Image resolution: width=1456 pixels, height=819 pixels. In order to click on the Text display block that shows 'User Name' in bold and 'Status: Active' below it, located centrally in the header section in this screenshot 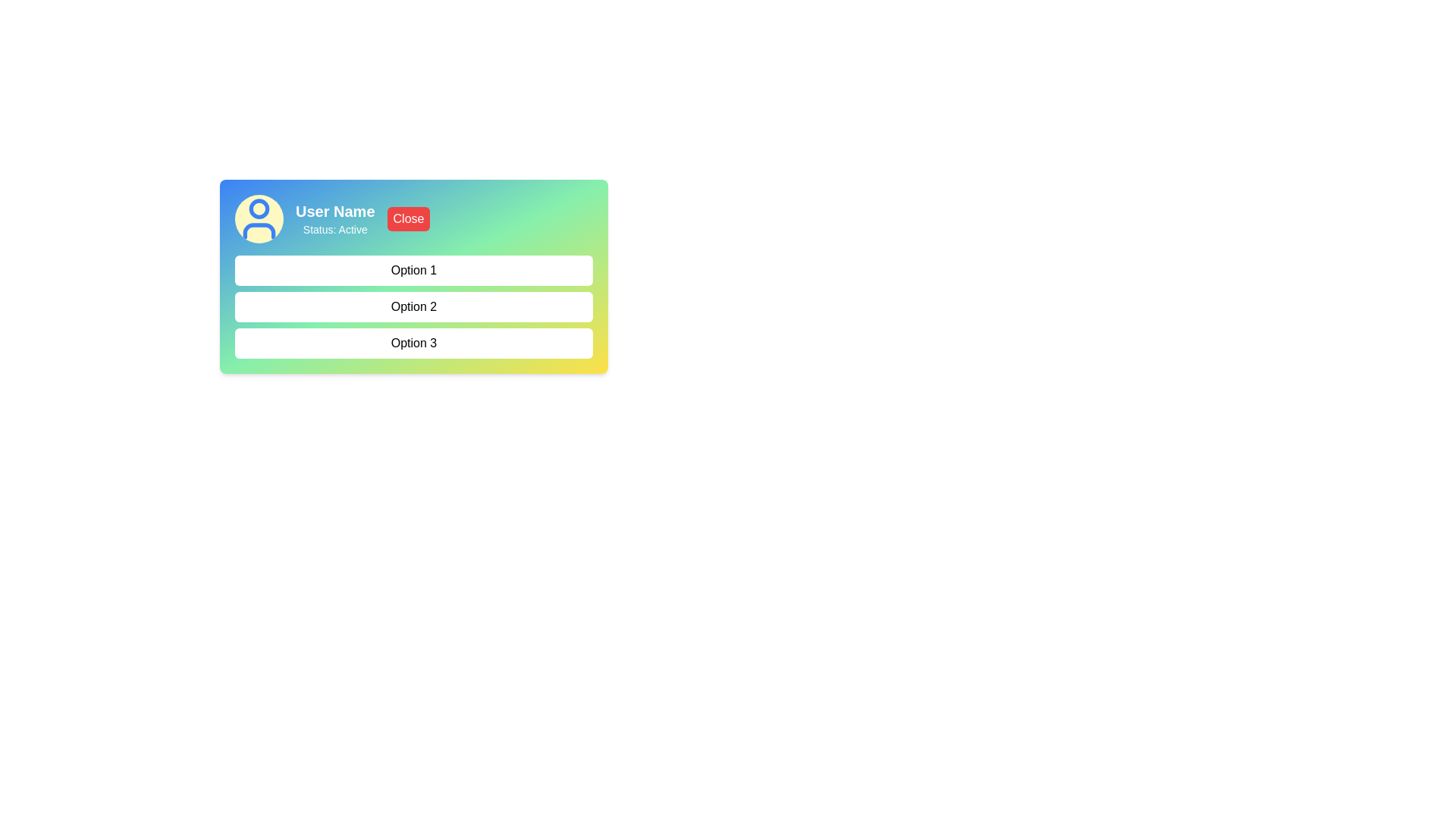, I will do `click(334, 219)`.